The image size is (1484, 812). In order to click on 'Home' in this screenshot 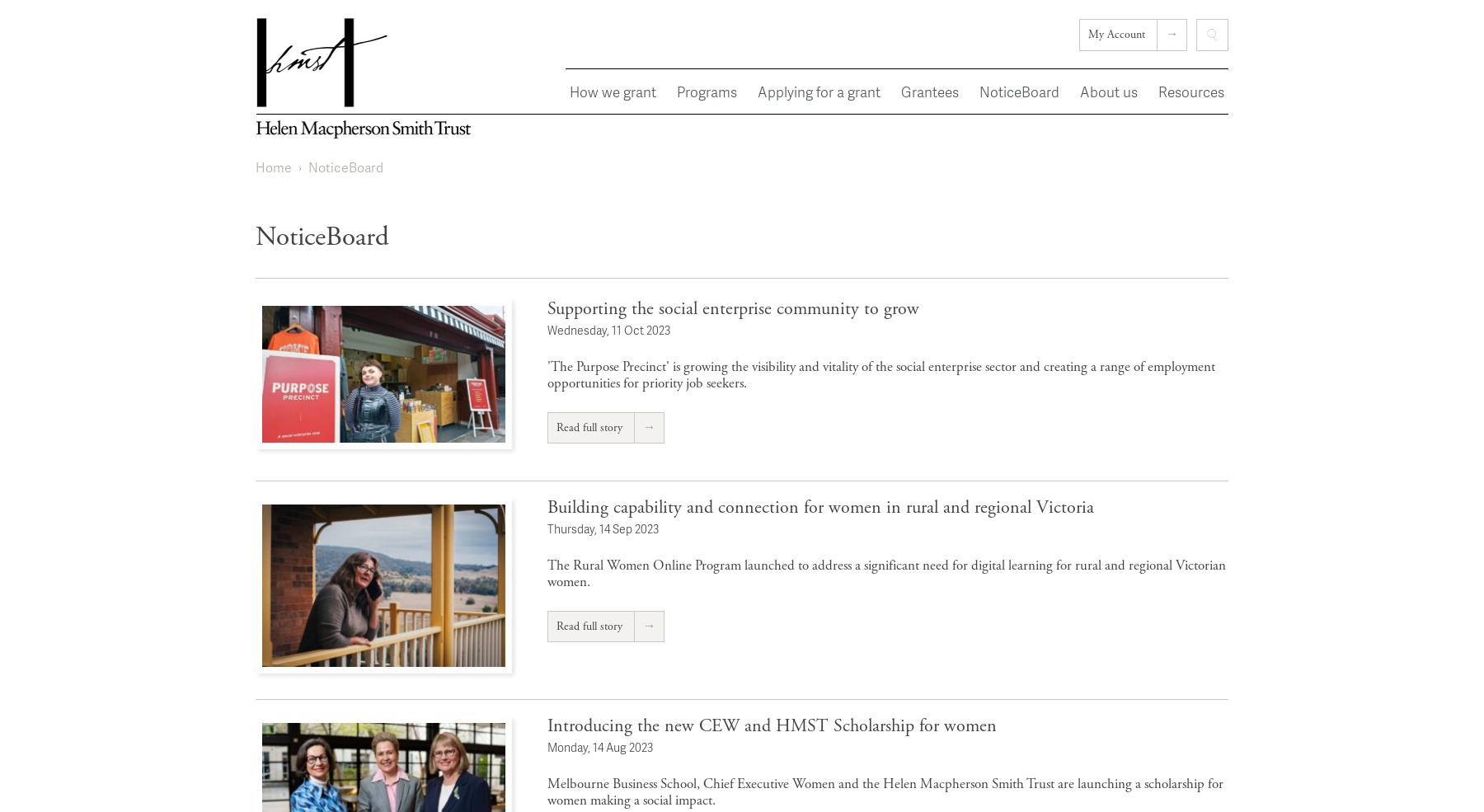, I will do `click(272, 167)`.